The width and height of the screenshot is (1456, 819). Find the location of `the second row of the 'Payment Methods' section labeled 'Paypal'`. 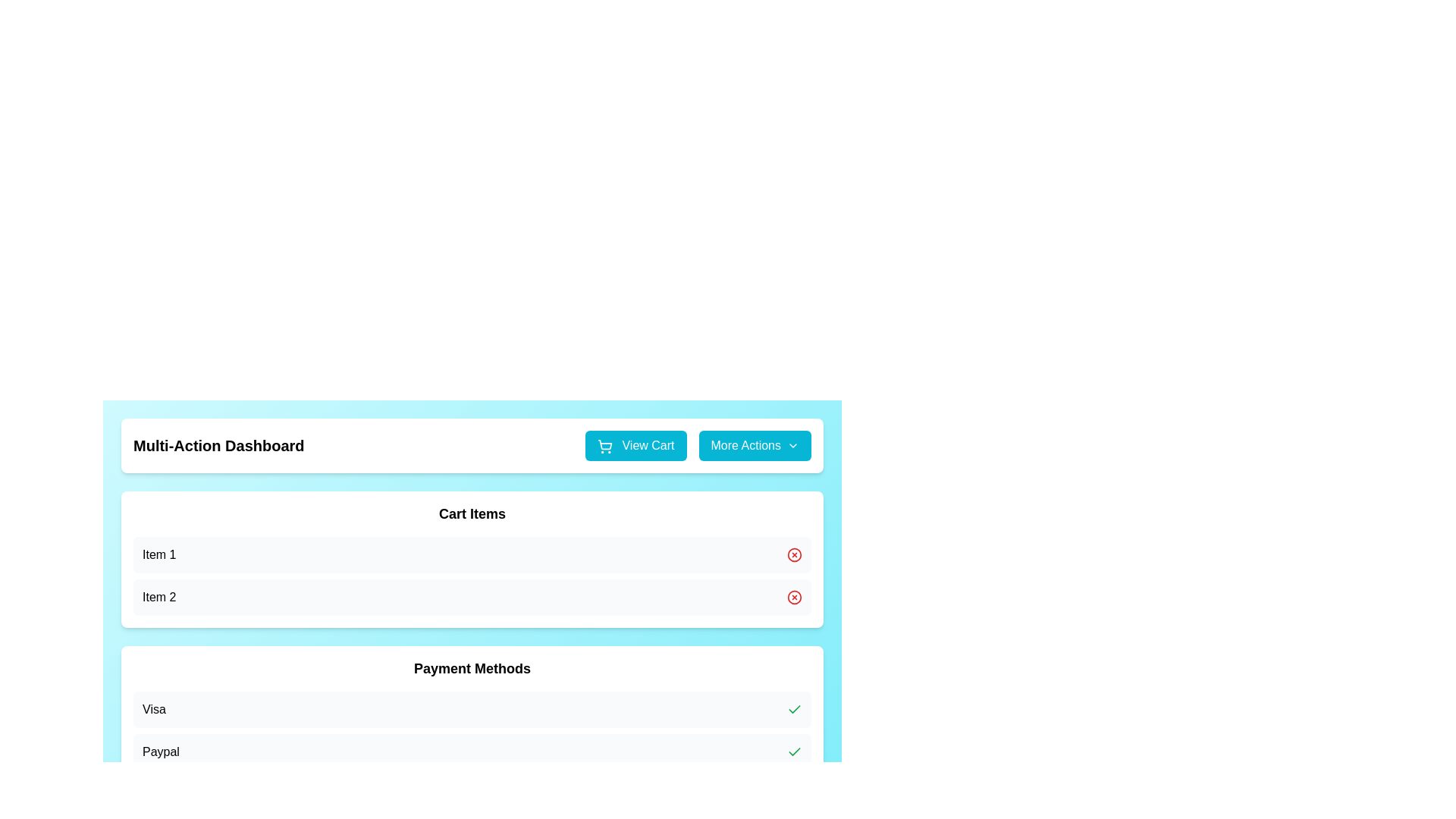

the second row of the 'Payment Methods' section labeled 'Paypal' is located at coordinates (472, 730).